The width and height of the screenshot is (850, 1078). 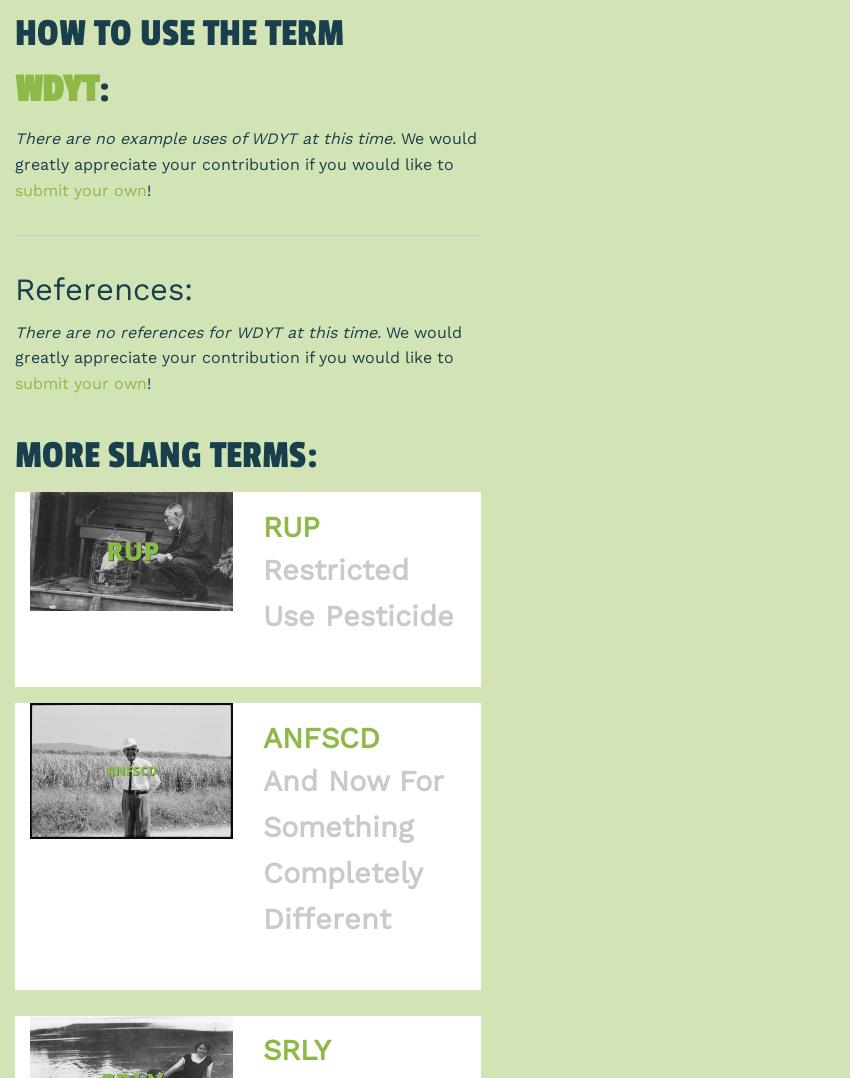 I want to click on 'RUP', so click(x=289, y=525).